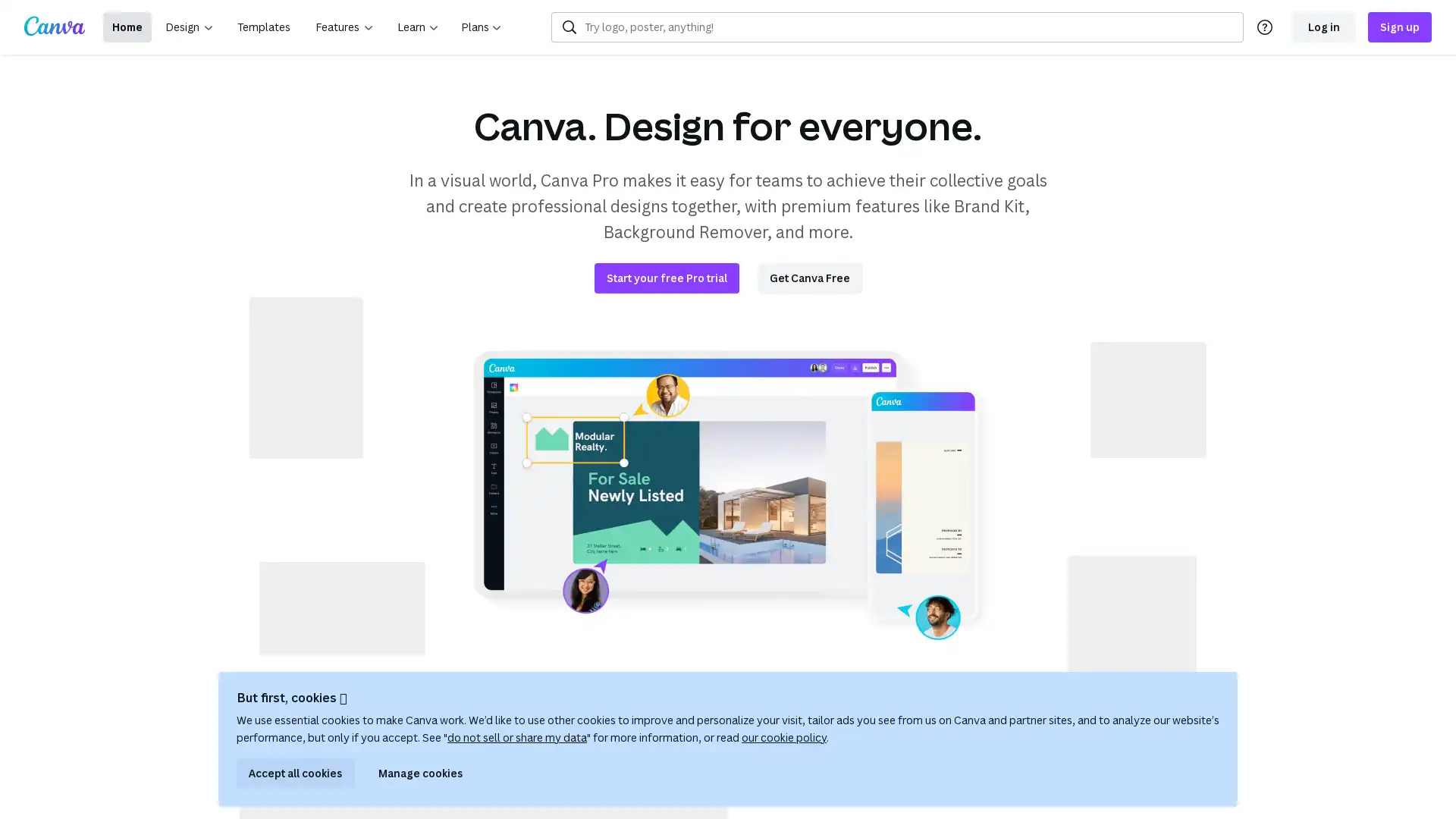 The image size is (1456, 819). What do you see at coordinates (1399, 27) in the screenshot?
I see `Sign up` at bounding box center [1399, 27].